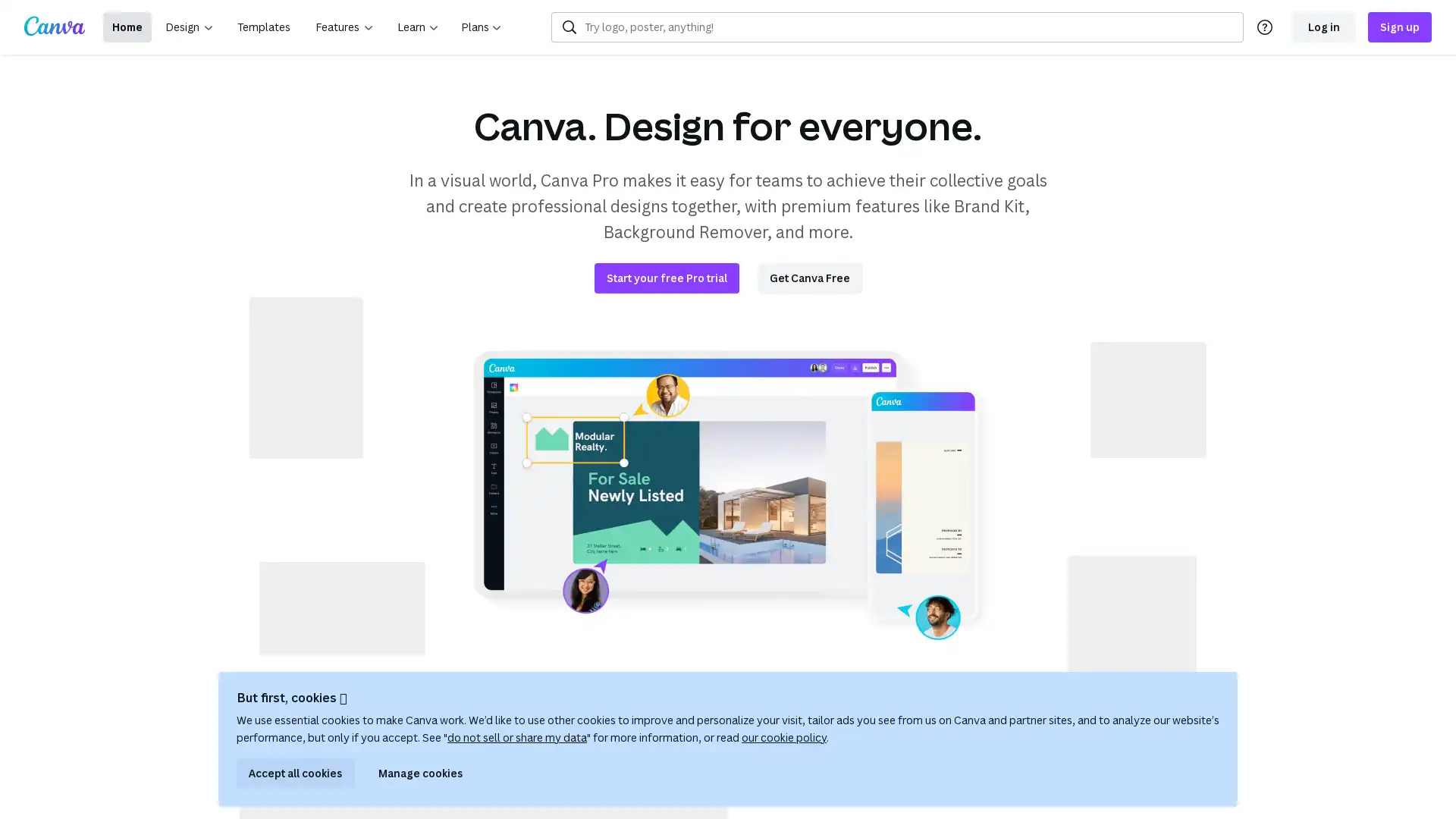 The image size is (1456, 819). What do you see at coordinates (1399, 27) in the screenshot?
I see `Sign up` at bounding box center [1399, 27].